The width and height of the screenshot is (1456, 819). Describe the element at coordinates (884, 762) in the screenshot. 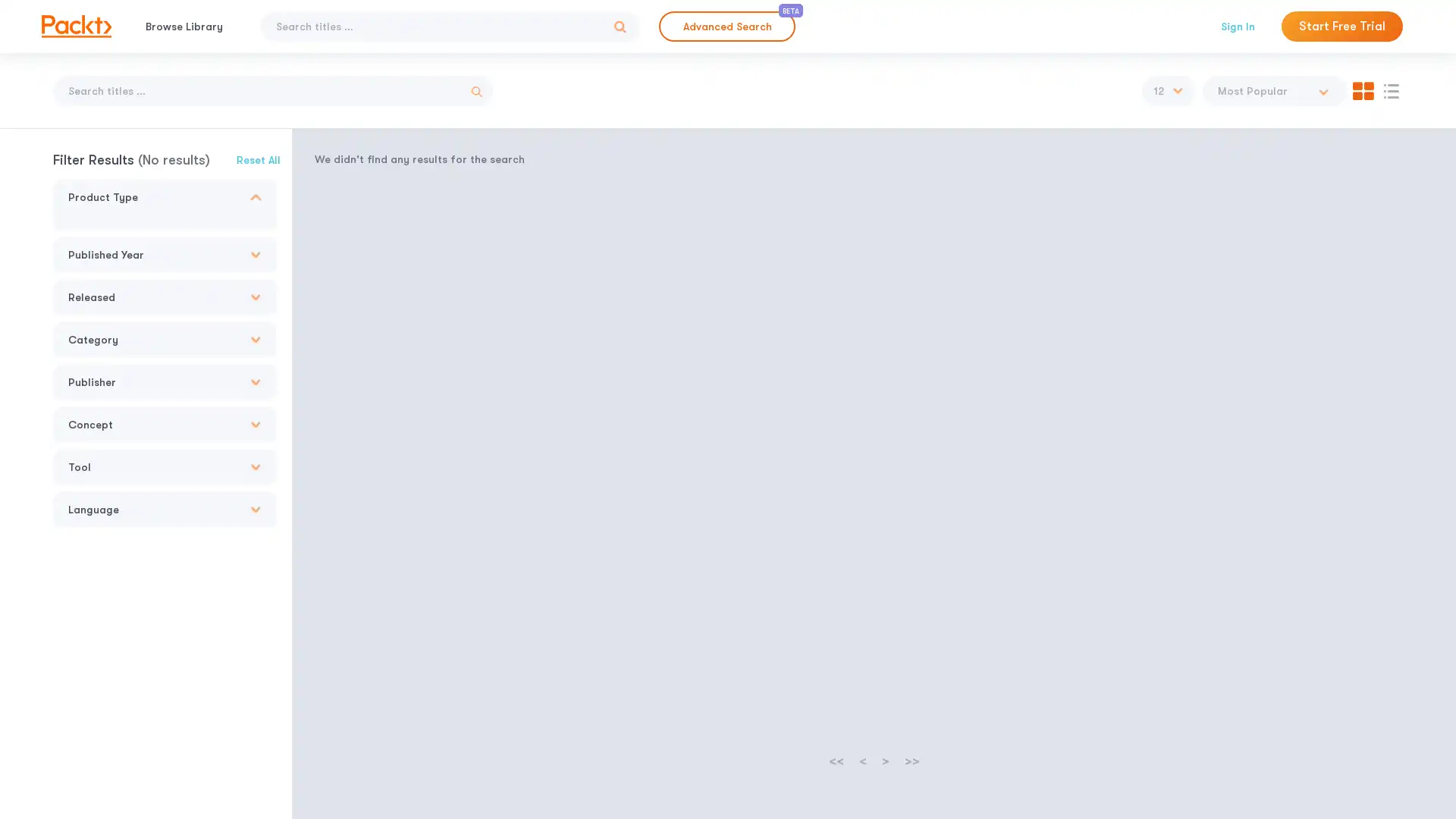

I see `>` at that location.